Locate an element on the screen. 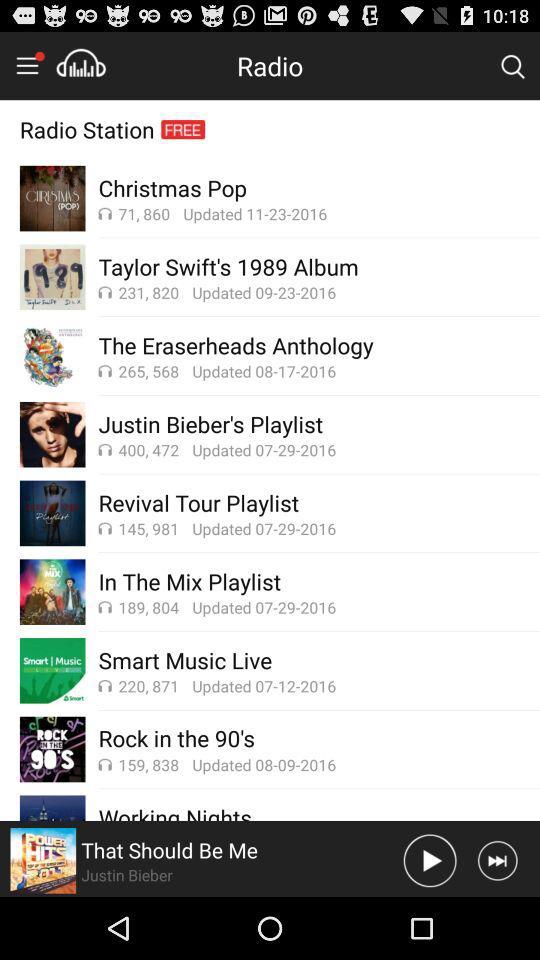 This screenshot has width=540, height=960. play is located at coordinates (429, 859).